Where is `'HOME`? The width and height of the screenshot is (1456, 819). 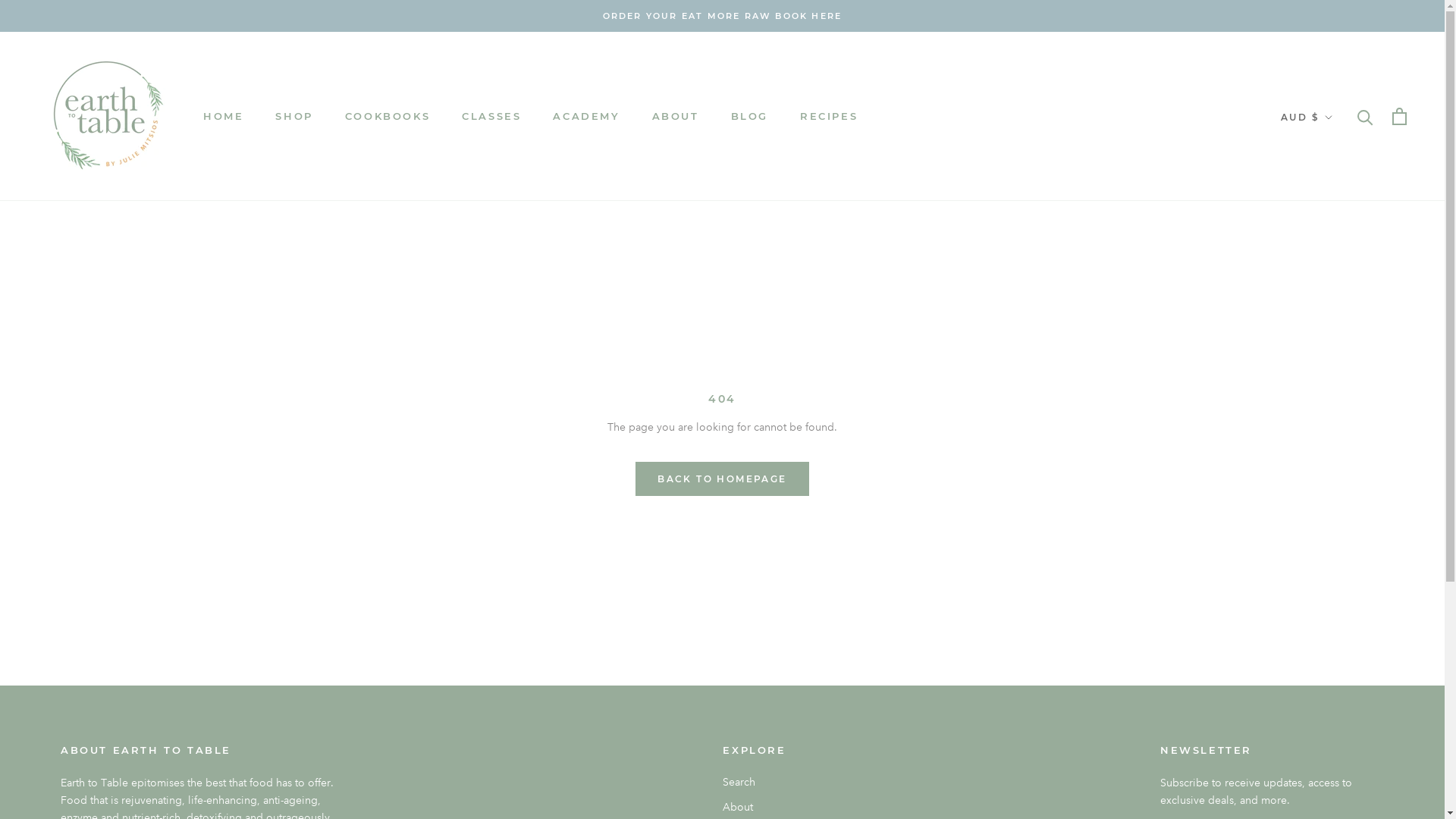 'HOME is located at coordinates (222, 115).